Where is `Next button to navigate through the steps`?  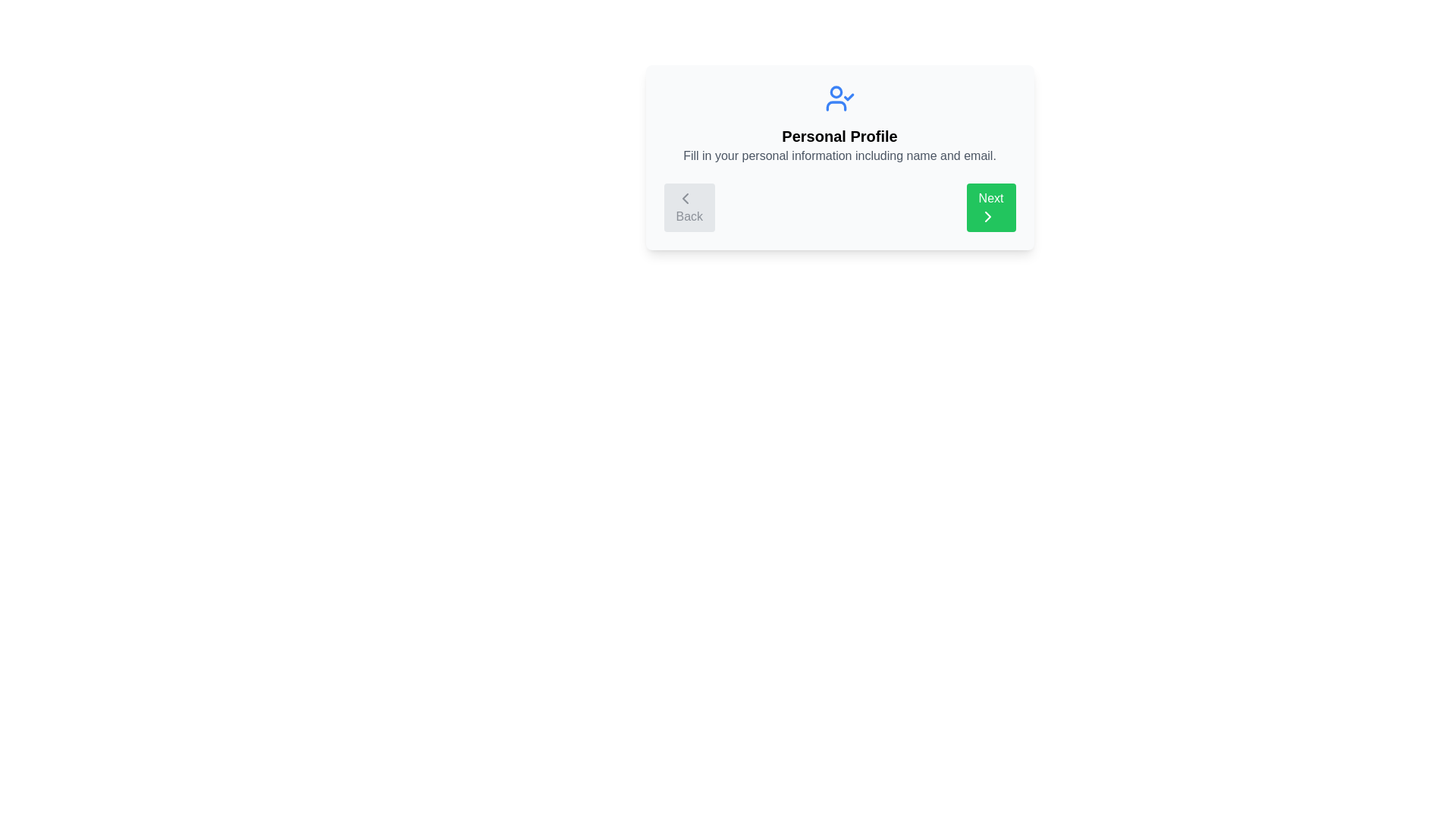 Next button to navigate through the steps is located at coordinates (990, 207).